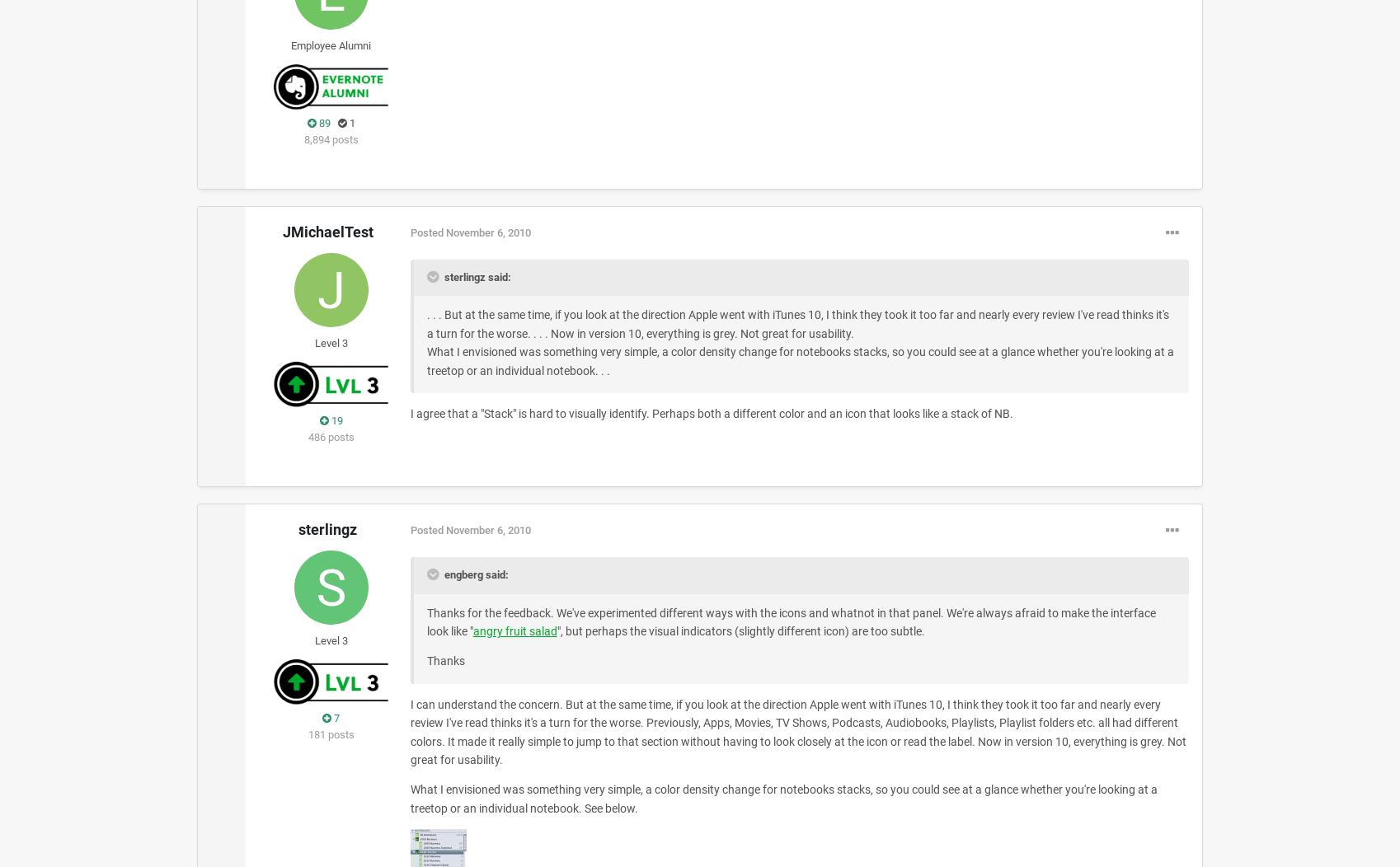 The height and width of the screenshot is (867, 1400). Describe the element at coordinates (426, 324) in the screenshot. I see `'. . . But at the same time, if you look at the direction Apple went with iTunes 10, I think they took it too far and nearly every review I've read thinks it's a turn for the worse.  . . . Now in version 10, everything is grey. Not great for usability.'` at that location.